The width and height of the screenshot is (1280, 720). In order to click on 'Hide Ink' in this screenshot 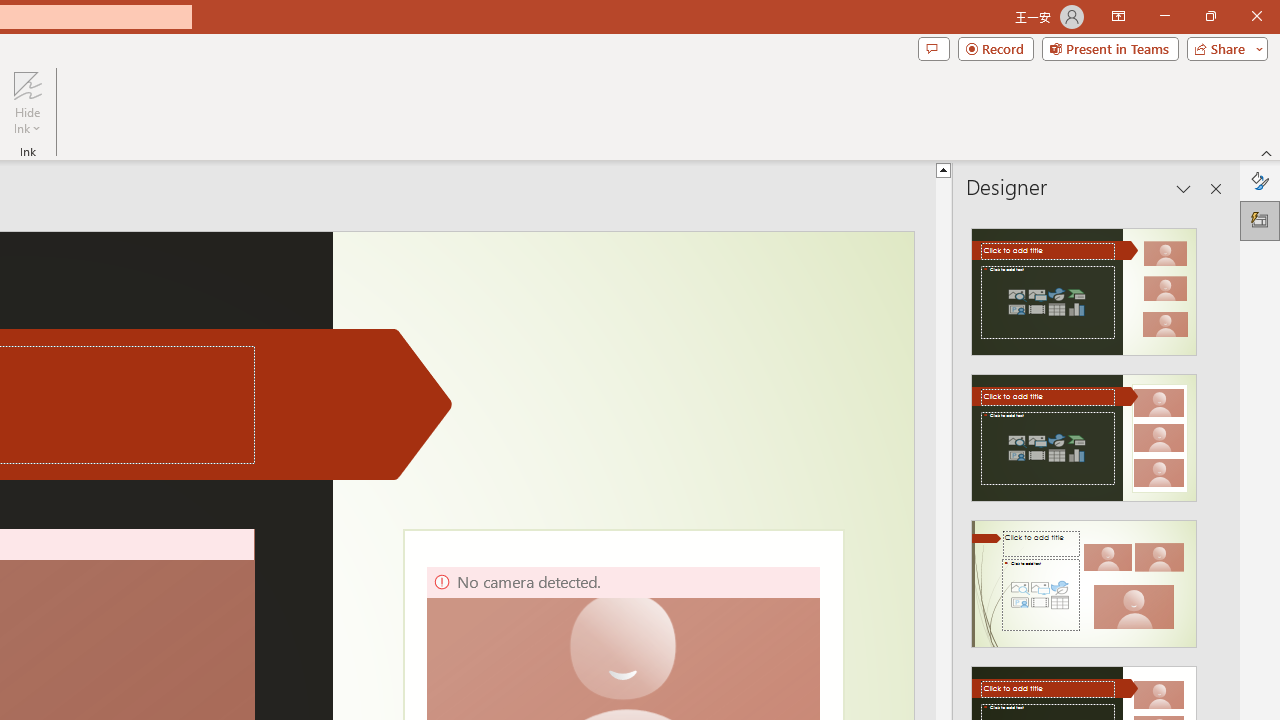, I will do `click(27, 84)`.